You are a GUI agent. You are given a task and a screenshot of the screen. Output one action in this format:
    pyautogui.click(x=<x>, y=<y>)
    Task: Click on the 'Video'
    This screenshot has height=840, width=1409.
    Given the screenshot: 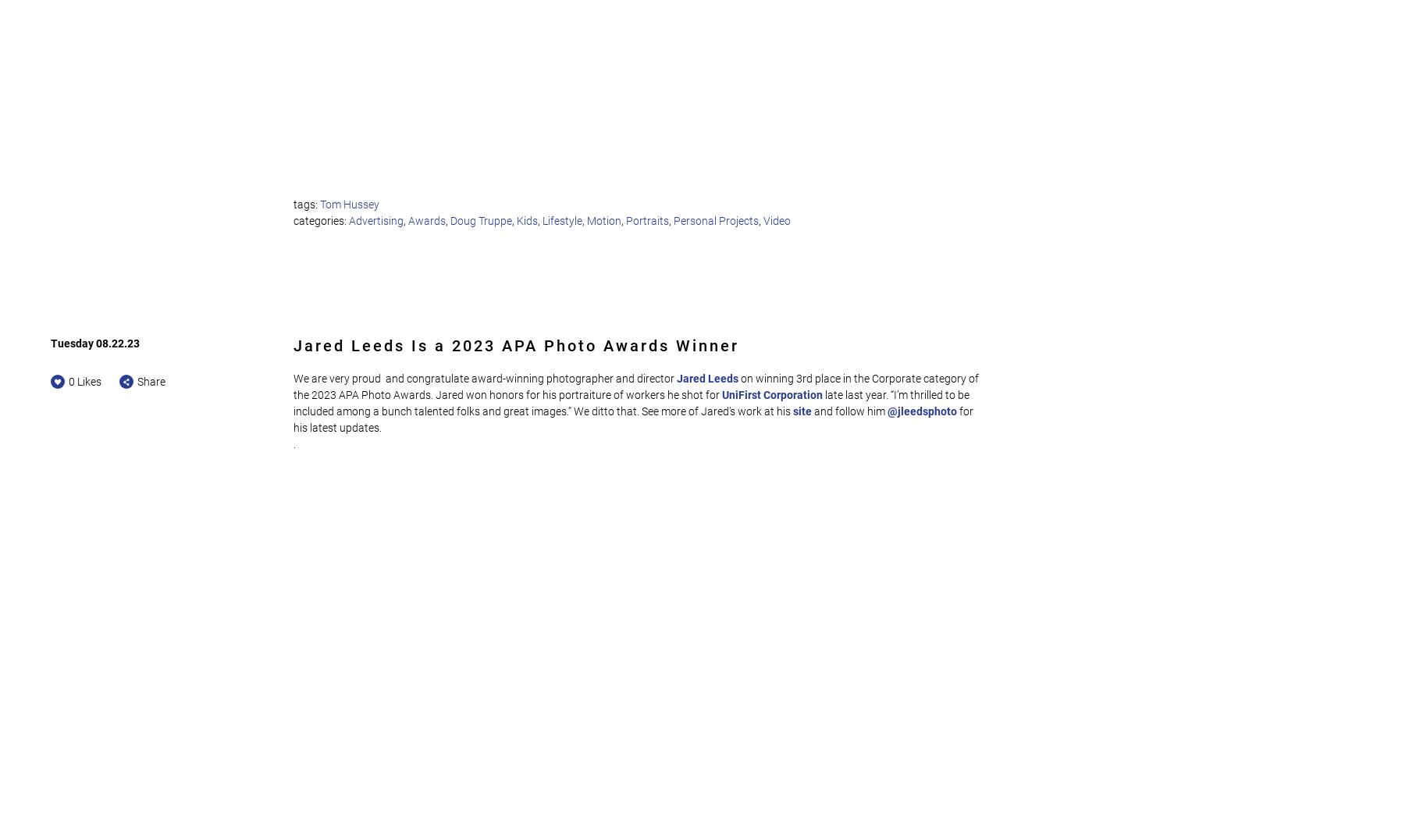 What is the action you would take?
    pyautogui.click(x=776, y=219)
    